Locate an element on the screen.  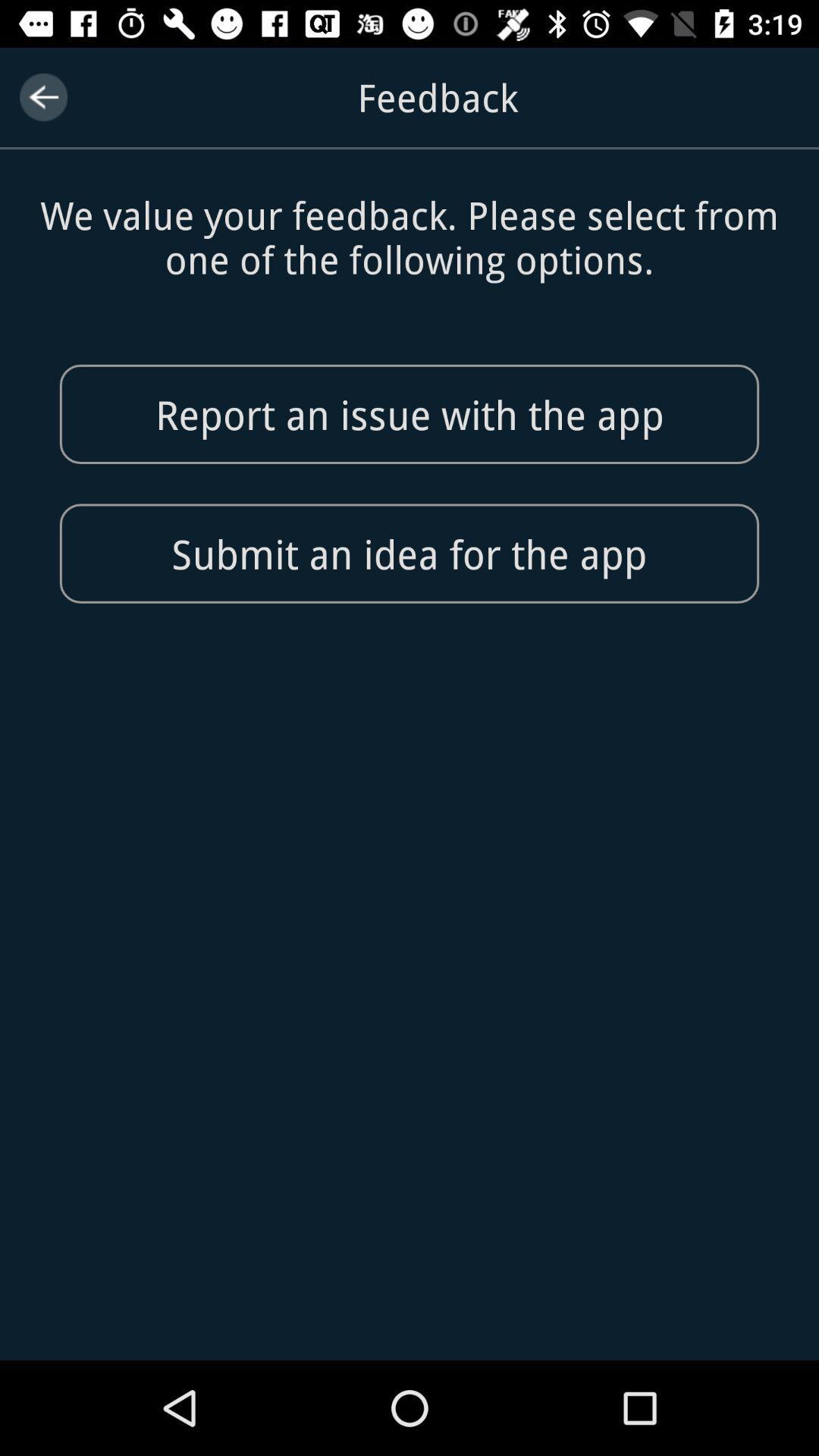
the arrow_backward icon is located at coordinates (42, 96).